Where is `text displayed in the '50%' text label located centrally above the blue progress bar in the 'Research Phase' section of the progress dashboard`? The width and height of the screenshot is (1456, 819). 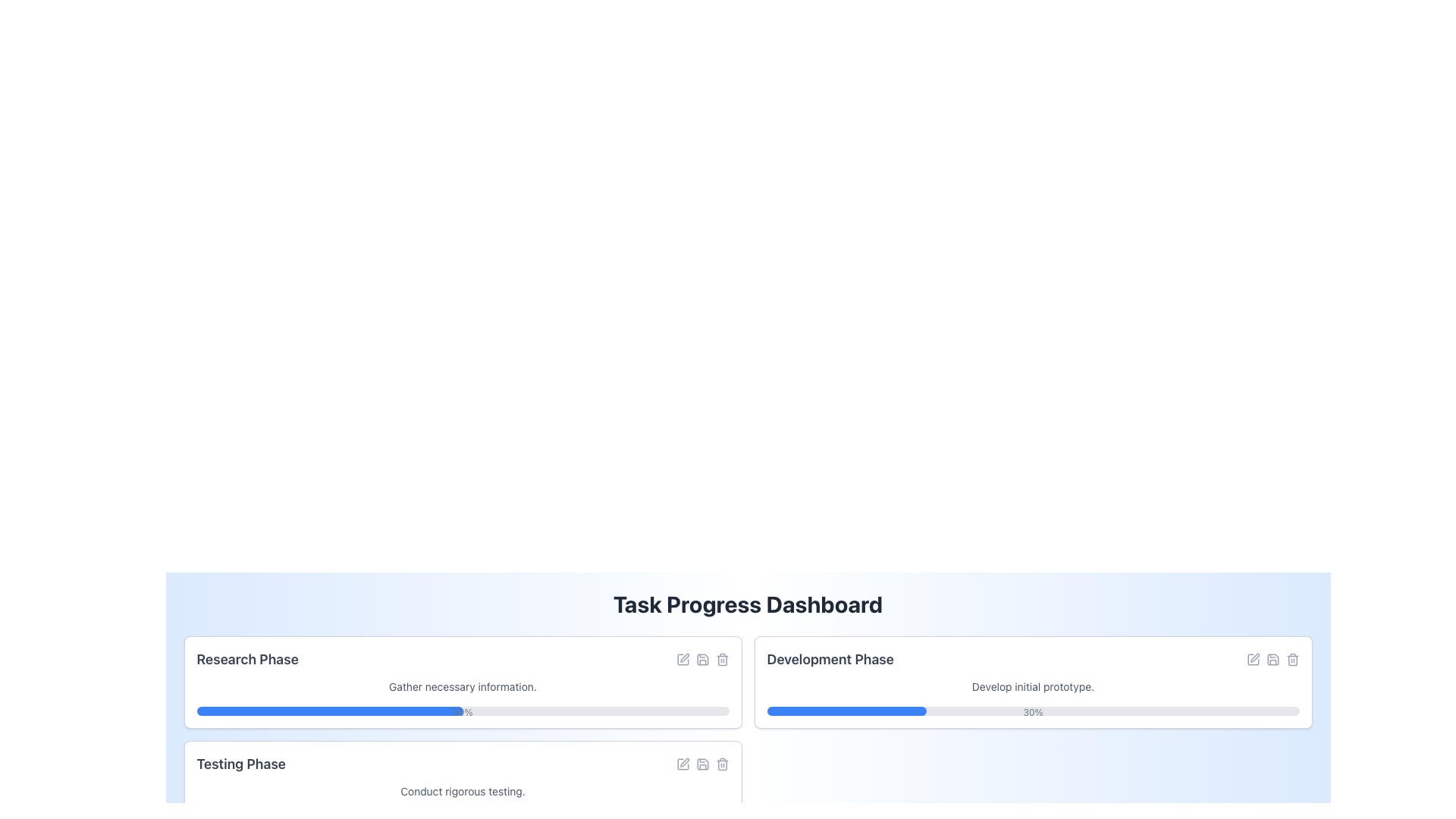 text displayed in the '50%' text label located centrally above the blue progress bar in the 'Research Phase' section of the progress dashboard is located at coordinates (462, 713).